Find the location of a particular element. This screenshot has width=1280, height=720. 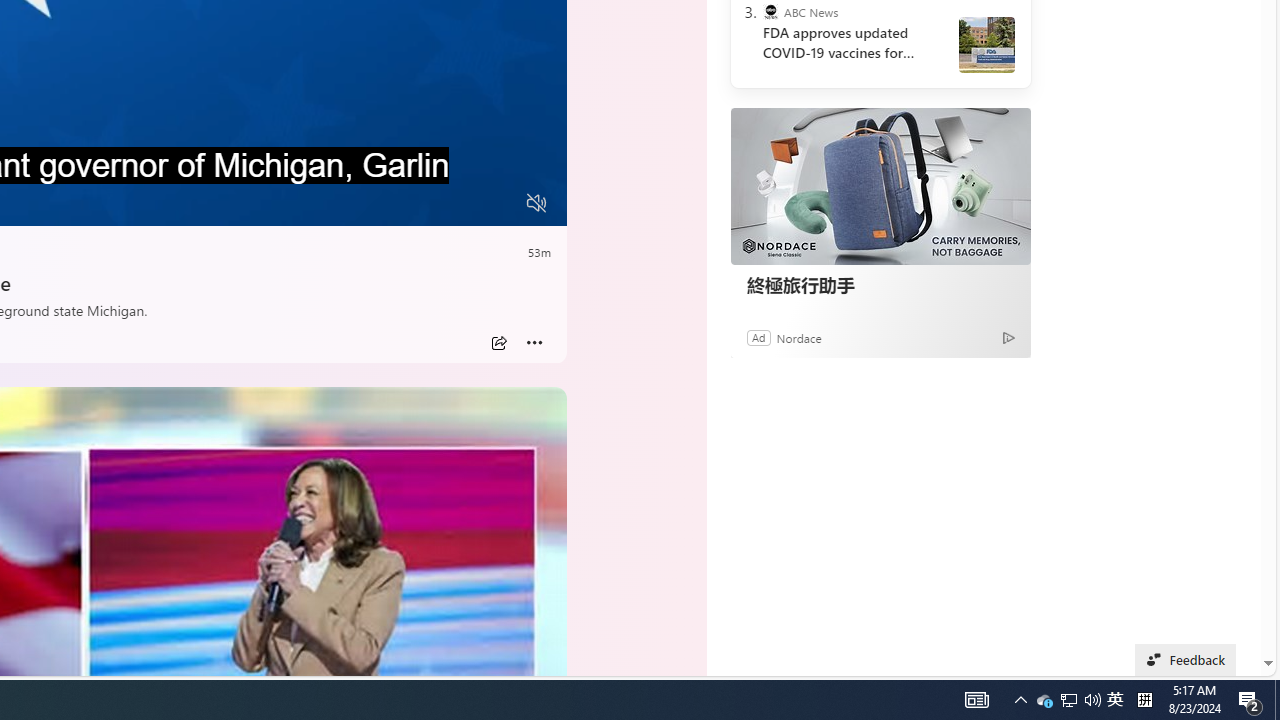

'ABC News' is located at coordinates (769, 12).